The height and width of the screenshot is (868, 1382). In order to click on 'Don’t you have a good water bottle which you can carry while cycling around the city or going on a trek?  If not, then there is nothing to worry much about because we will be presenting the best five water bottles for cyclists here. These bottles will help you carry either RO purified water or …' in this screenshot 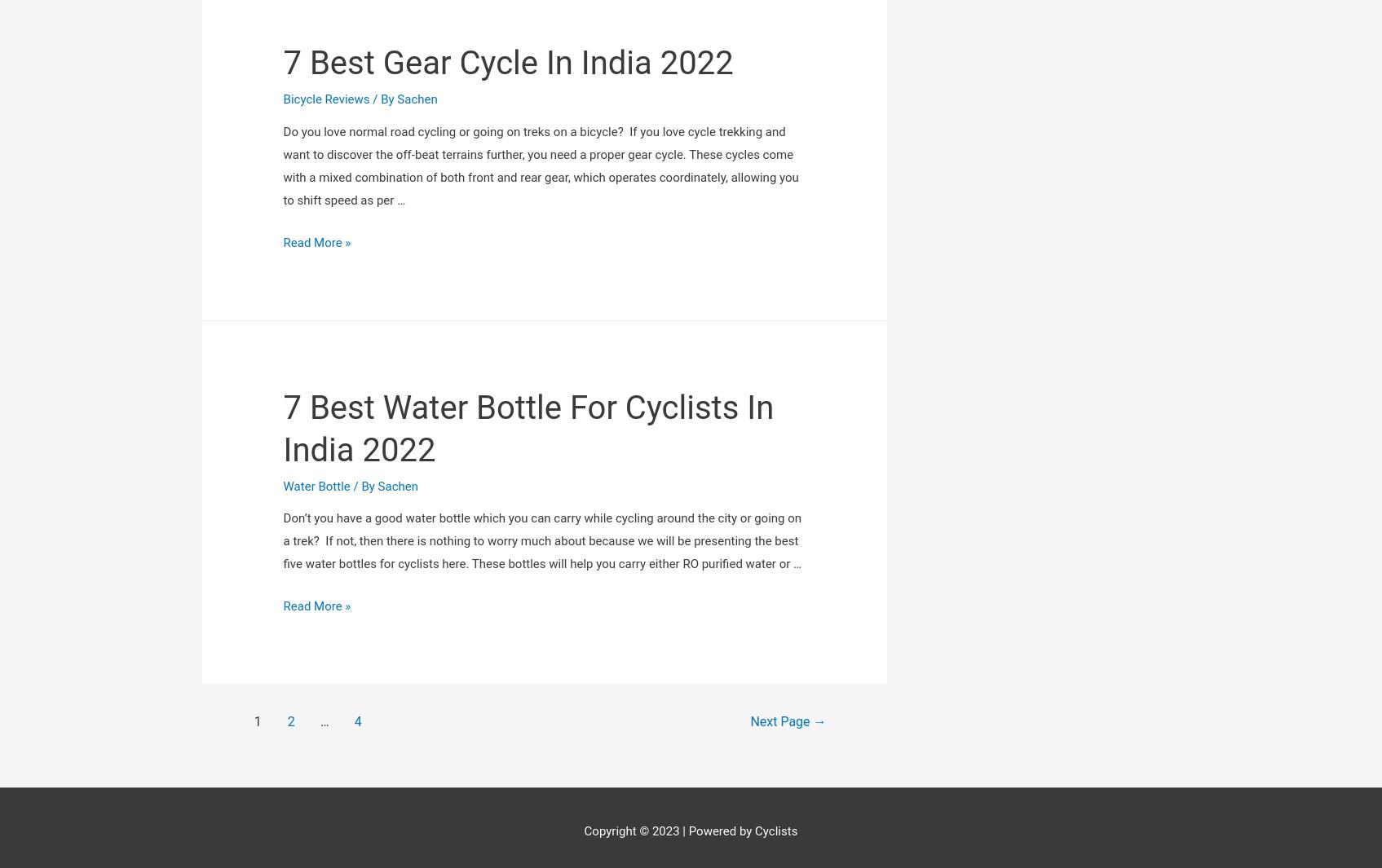, I will do `click(541, 344)`.